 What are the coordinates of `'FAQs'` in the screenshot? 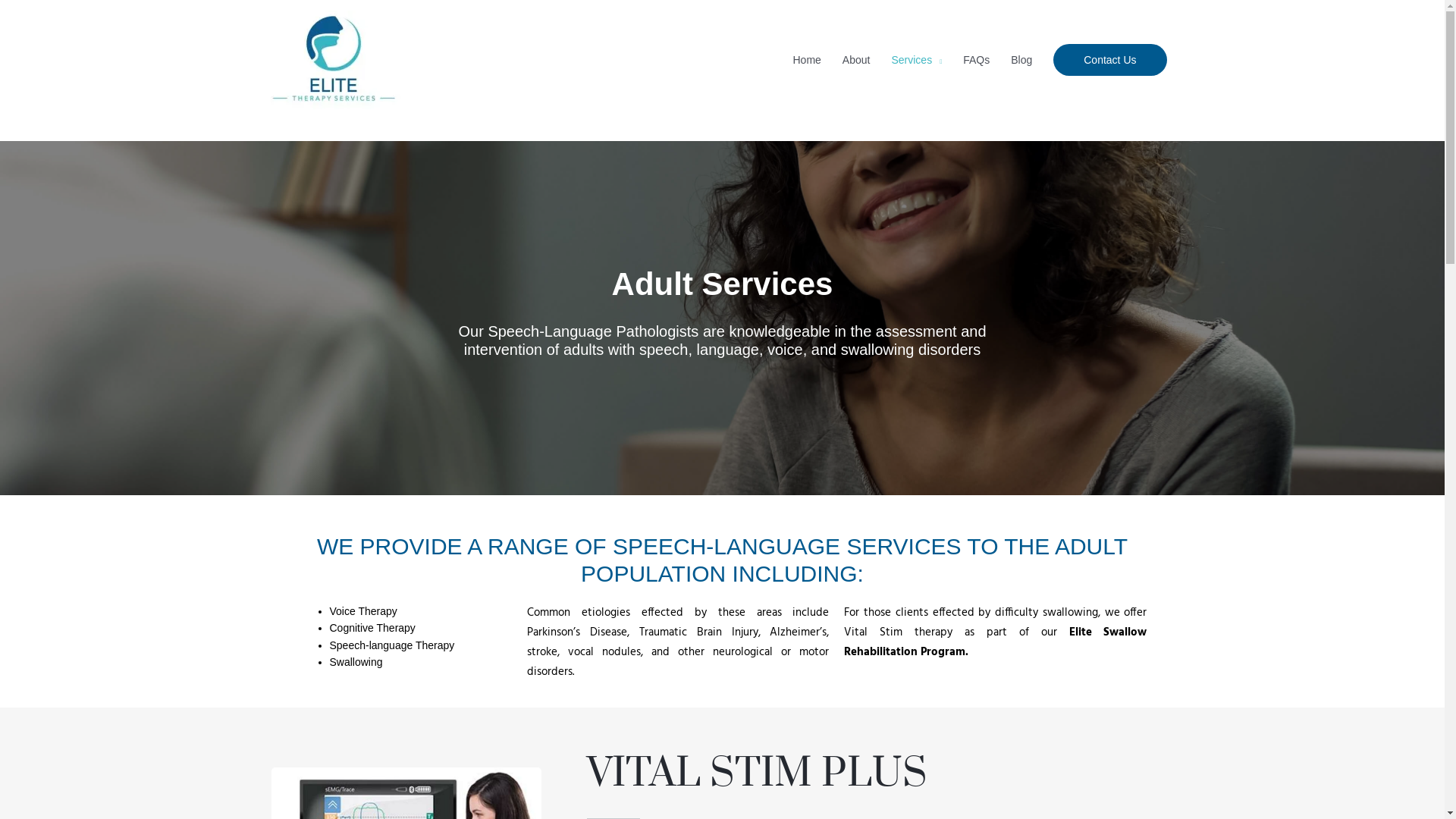 It's located at (976, 58).